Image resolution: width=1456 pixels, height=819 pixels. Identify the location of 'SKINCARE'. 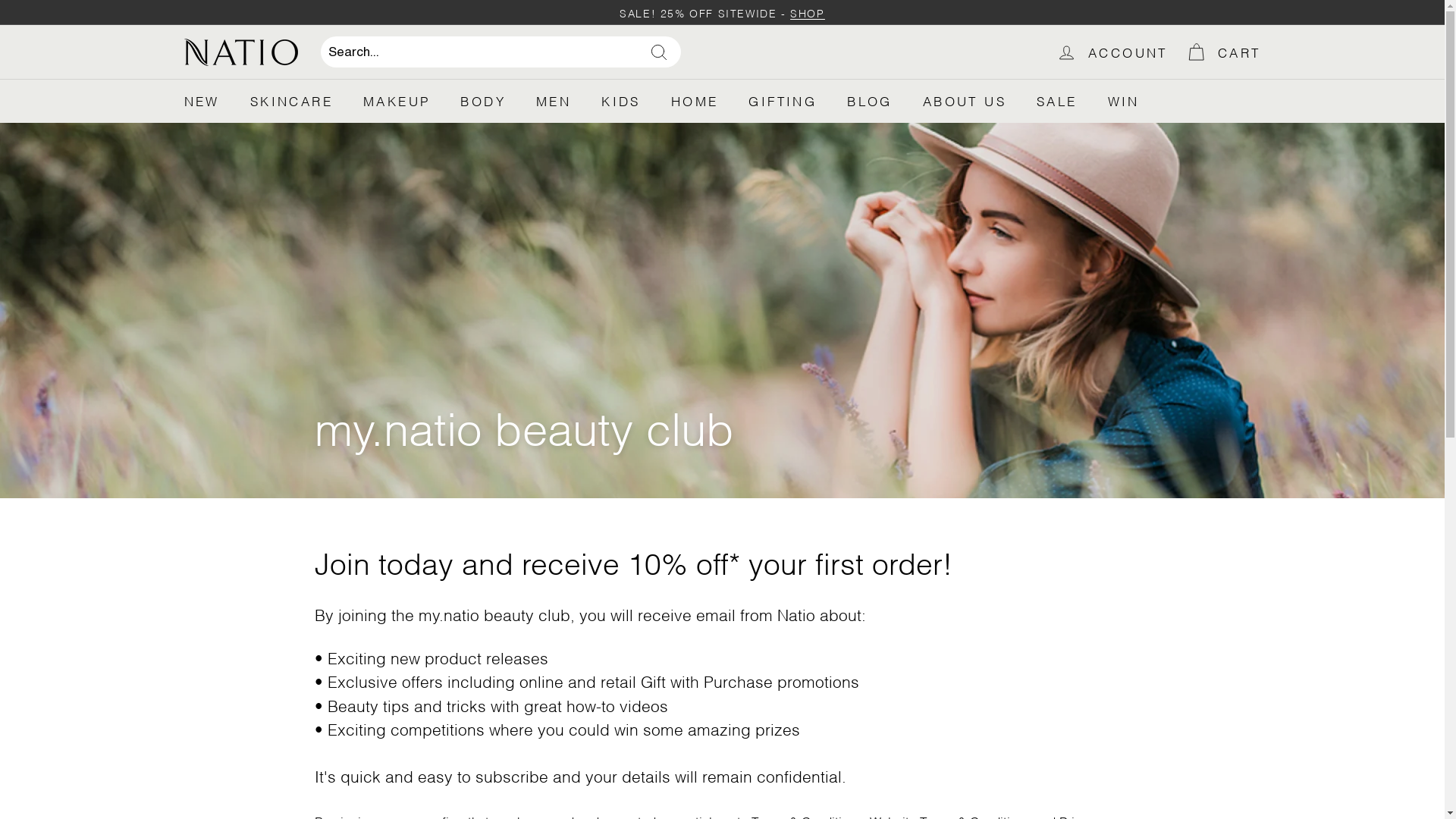
(291, 100).